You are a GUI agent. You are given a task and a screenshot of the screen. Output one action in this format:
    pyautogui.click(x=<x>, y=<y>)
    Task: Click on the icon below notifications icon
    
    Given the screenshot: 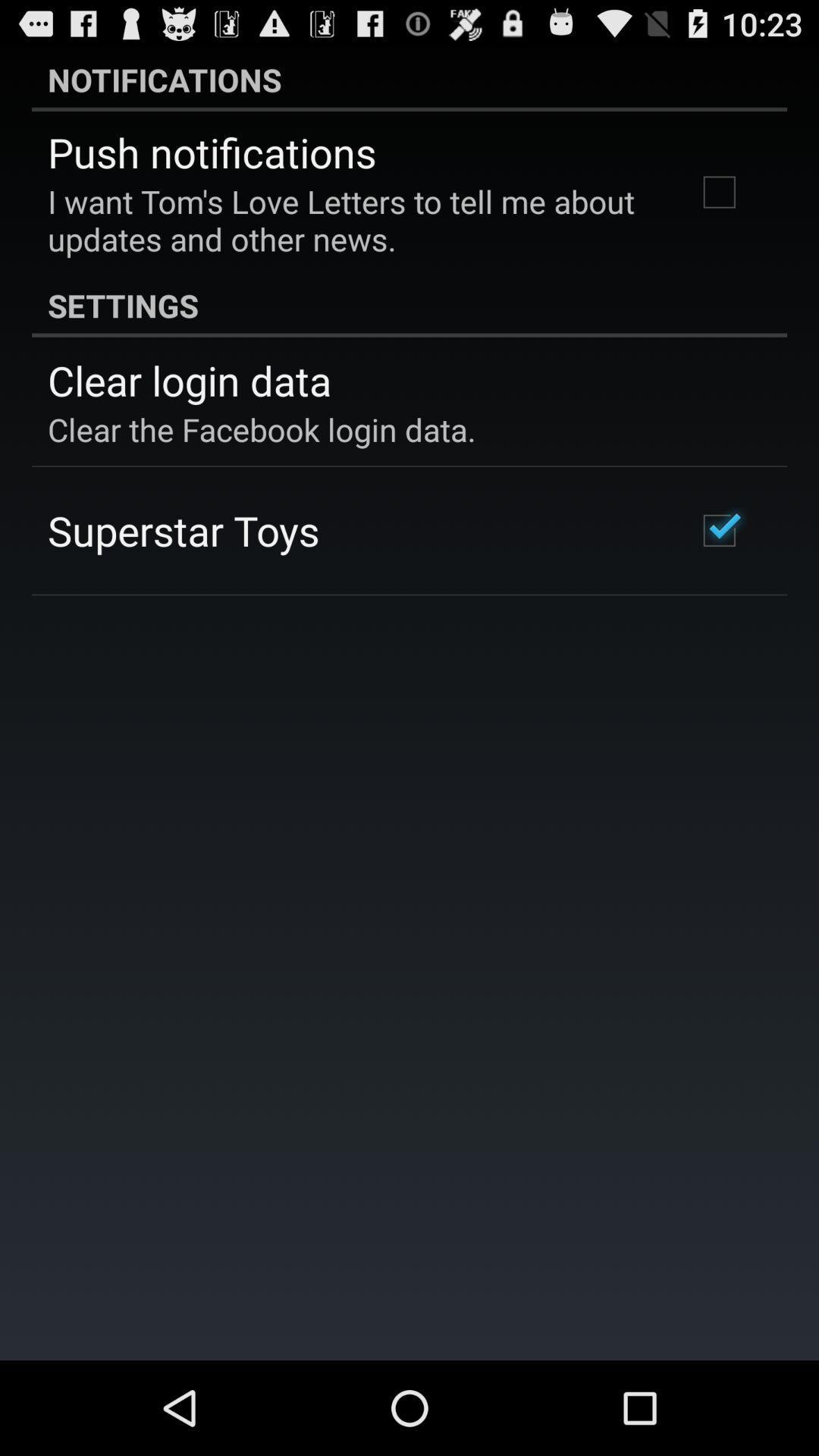 What is the action you would take?
    pyautogui.click(x=212, y=152)
    